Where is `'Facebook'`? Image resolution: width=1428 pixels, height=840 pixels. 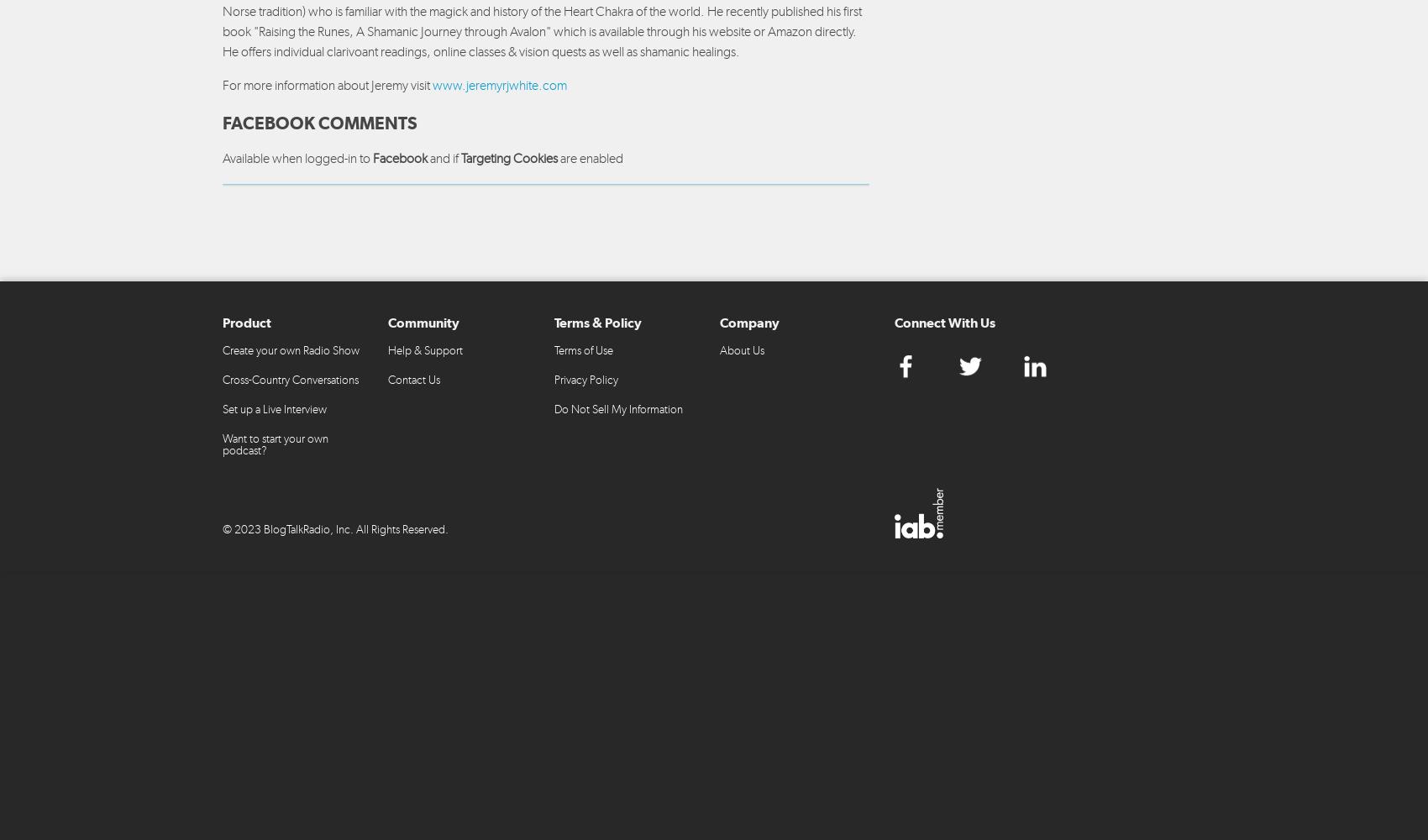 'Facebook' is located at coordinates (400, 157).